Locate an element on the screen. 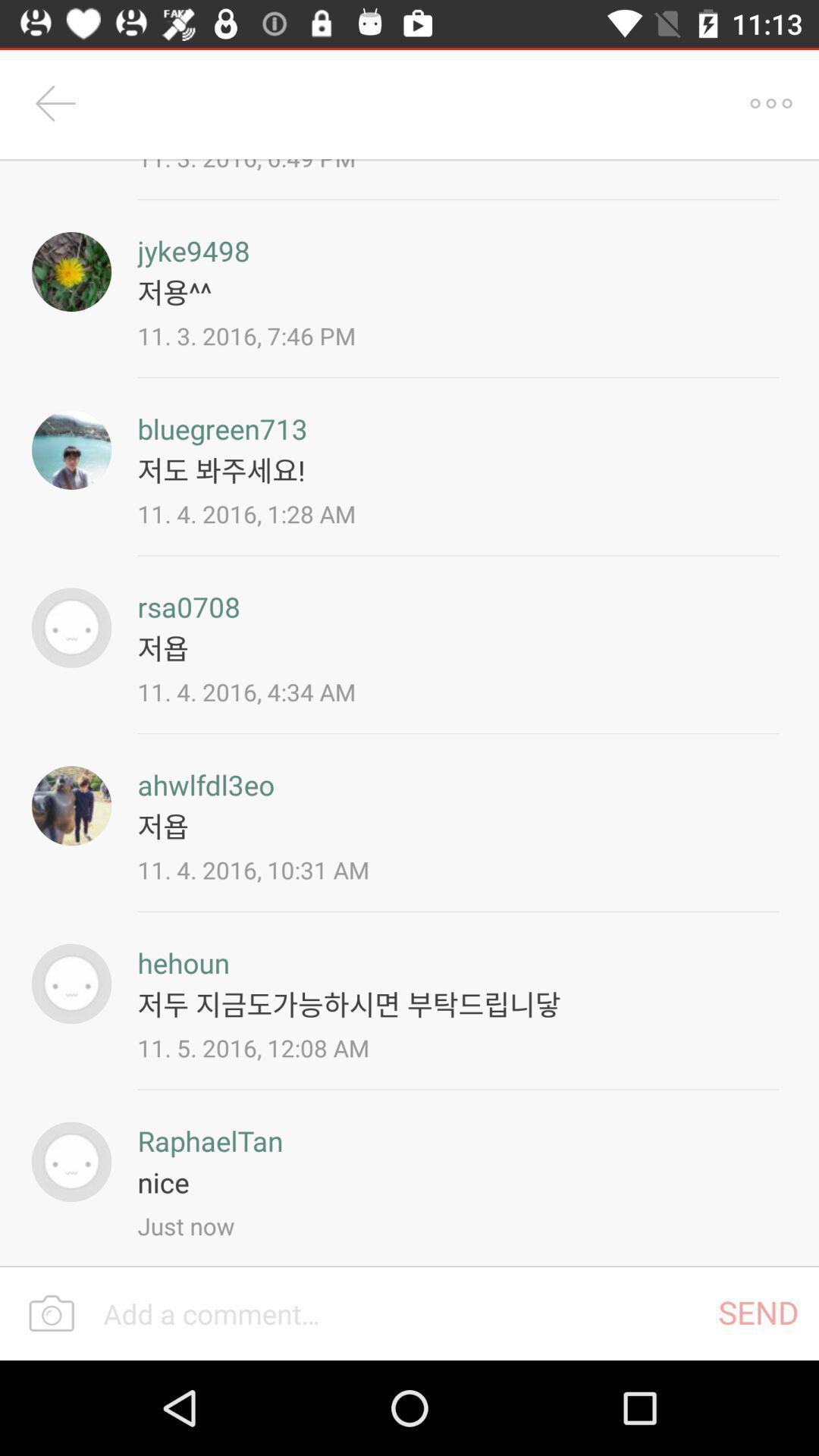  item at the bottom right corner is located at coordinates (758, 1311).